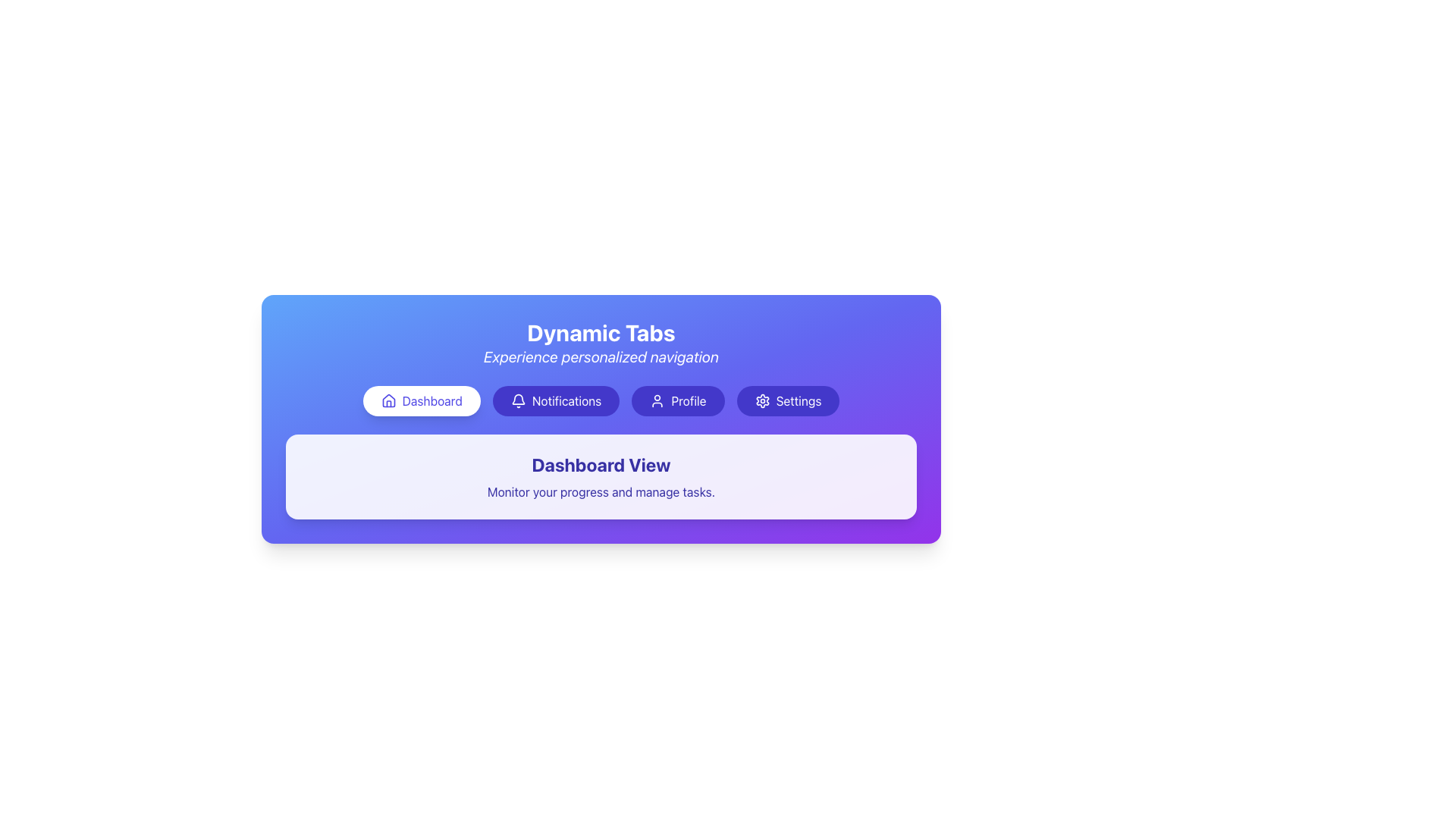  What do you see at coordinates (762, 400) in the screenshot?
I see `the settings icon located in the top right portion of the main navigation bar` at bounding box center [762, 400].